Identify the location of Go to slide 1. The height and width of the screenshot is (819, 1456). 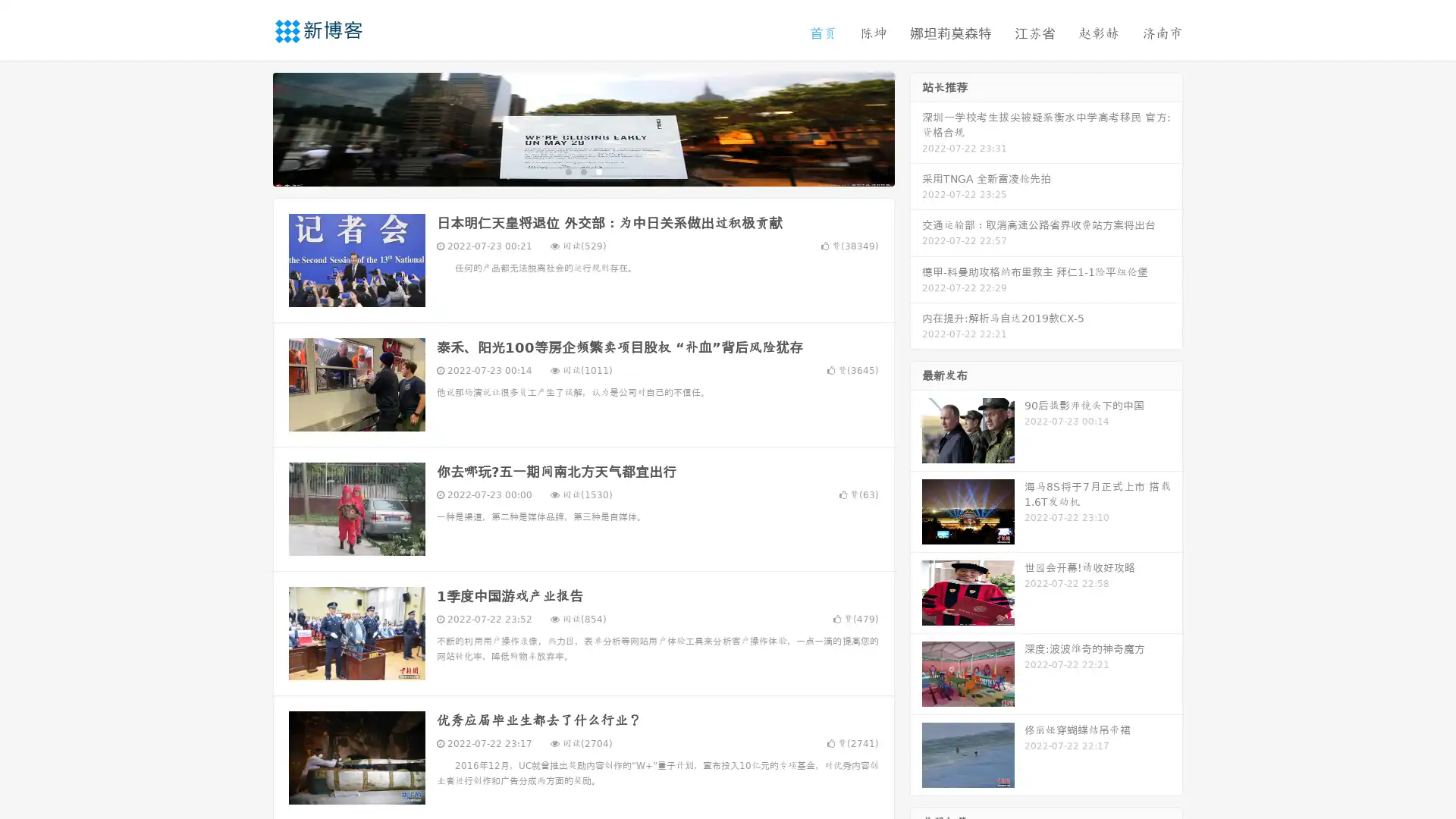
(567, 171).